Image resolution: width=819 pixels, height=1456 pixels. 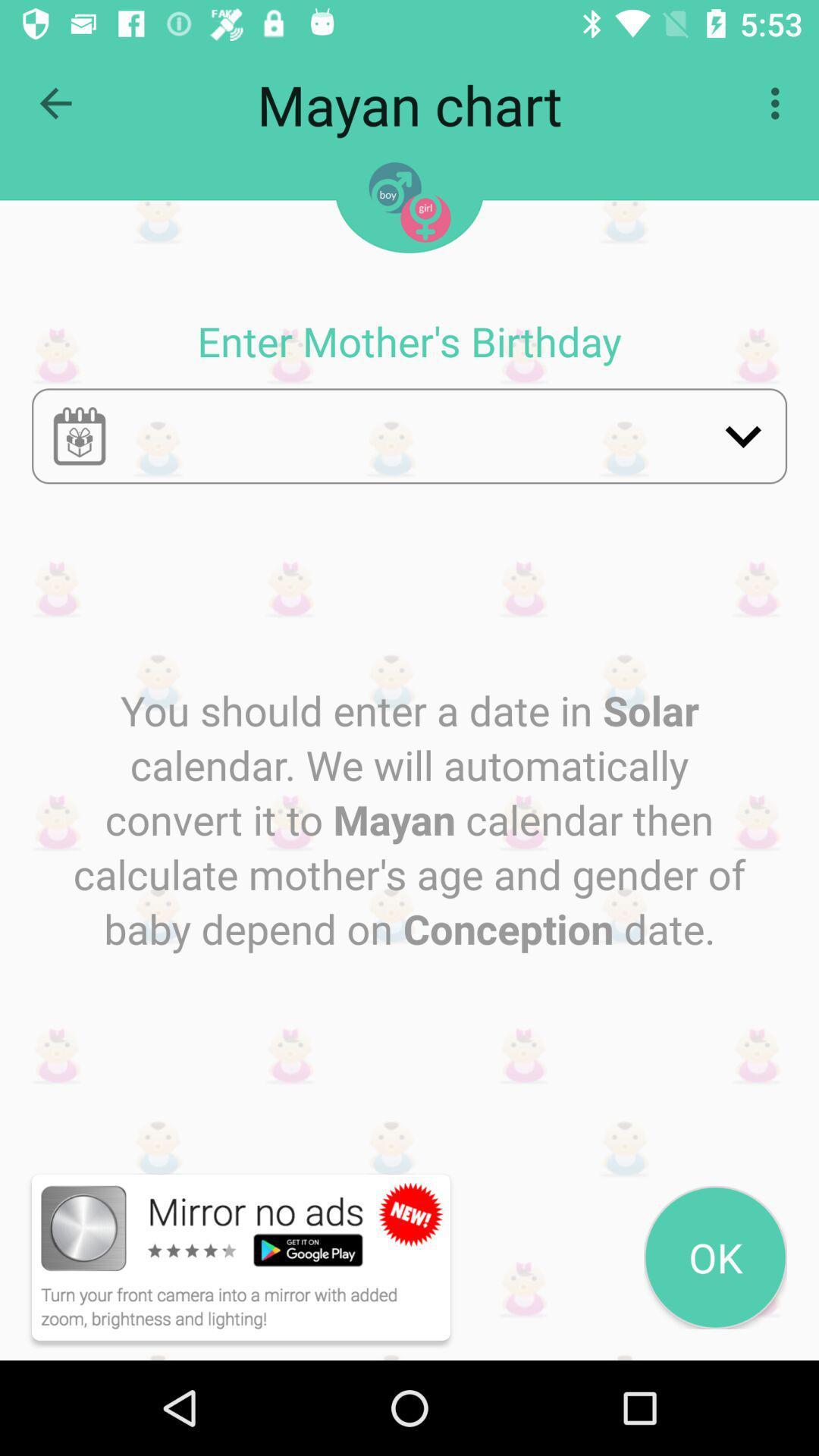 I want to click on move to the icon on the right next to the text mirror no ads, so click(x=411, y=1214).